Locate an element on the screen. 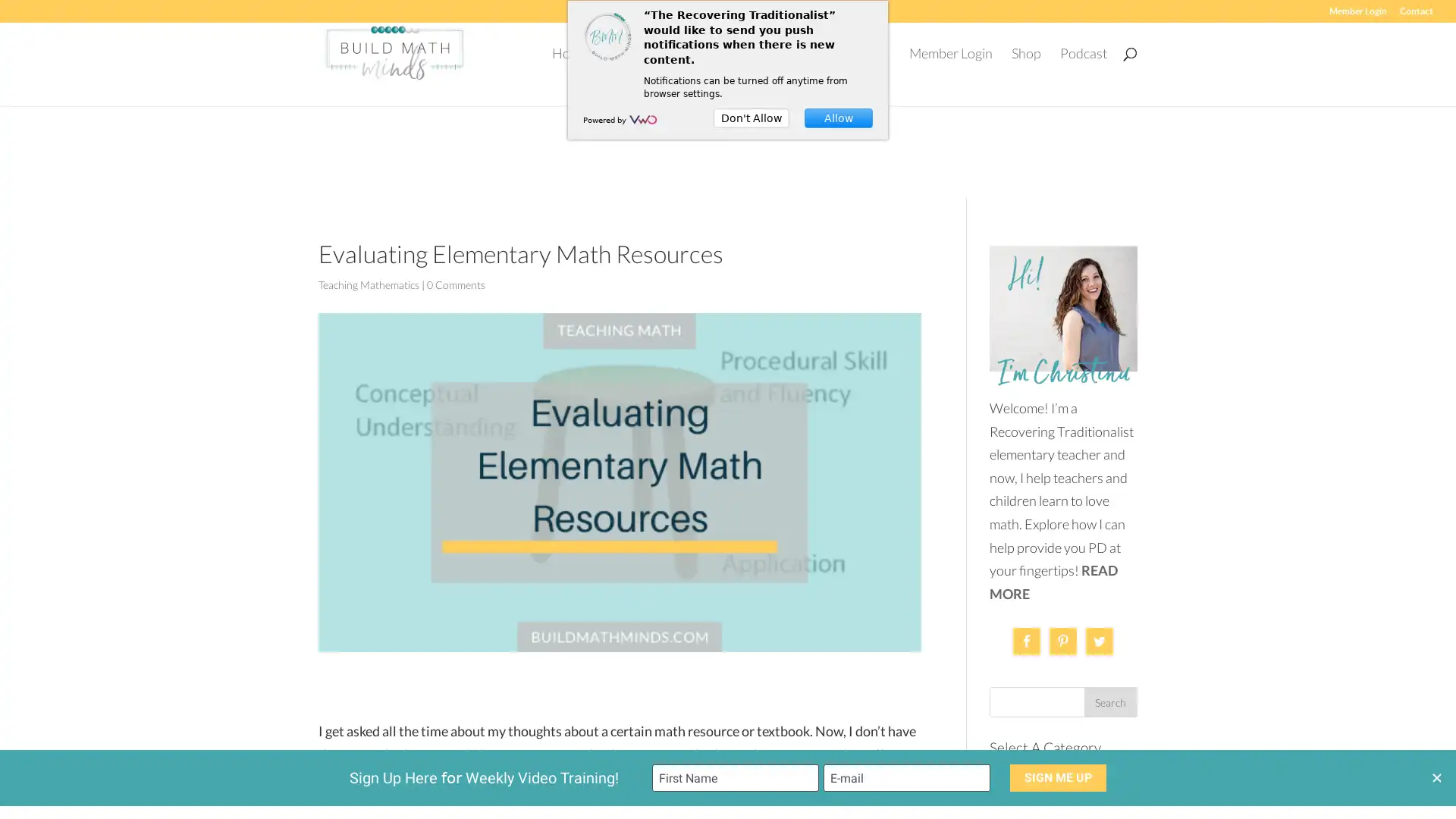 This screenshot has height=819, width=1456. Search is located at coordinates (1110, 689).